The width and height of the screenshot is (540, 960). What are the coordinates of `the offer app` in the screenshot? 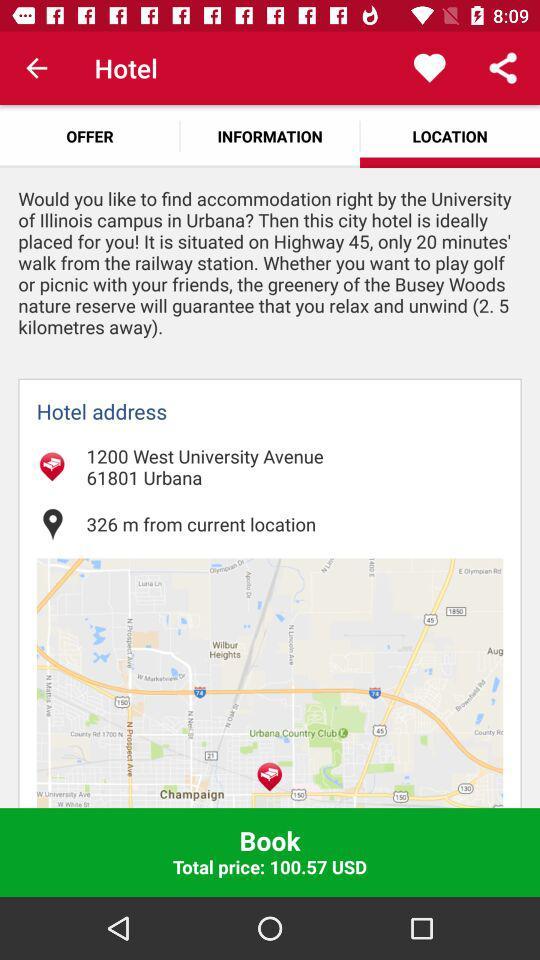 It's located at (89, 135).